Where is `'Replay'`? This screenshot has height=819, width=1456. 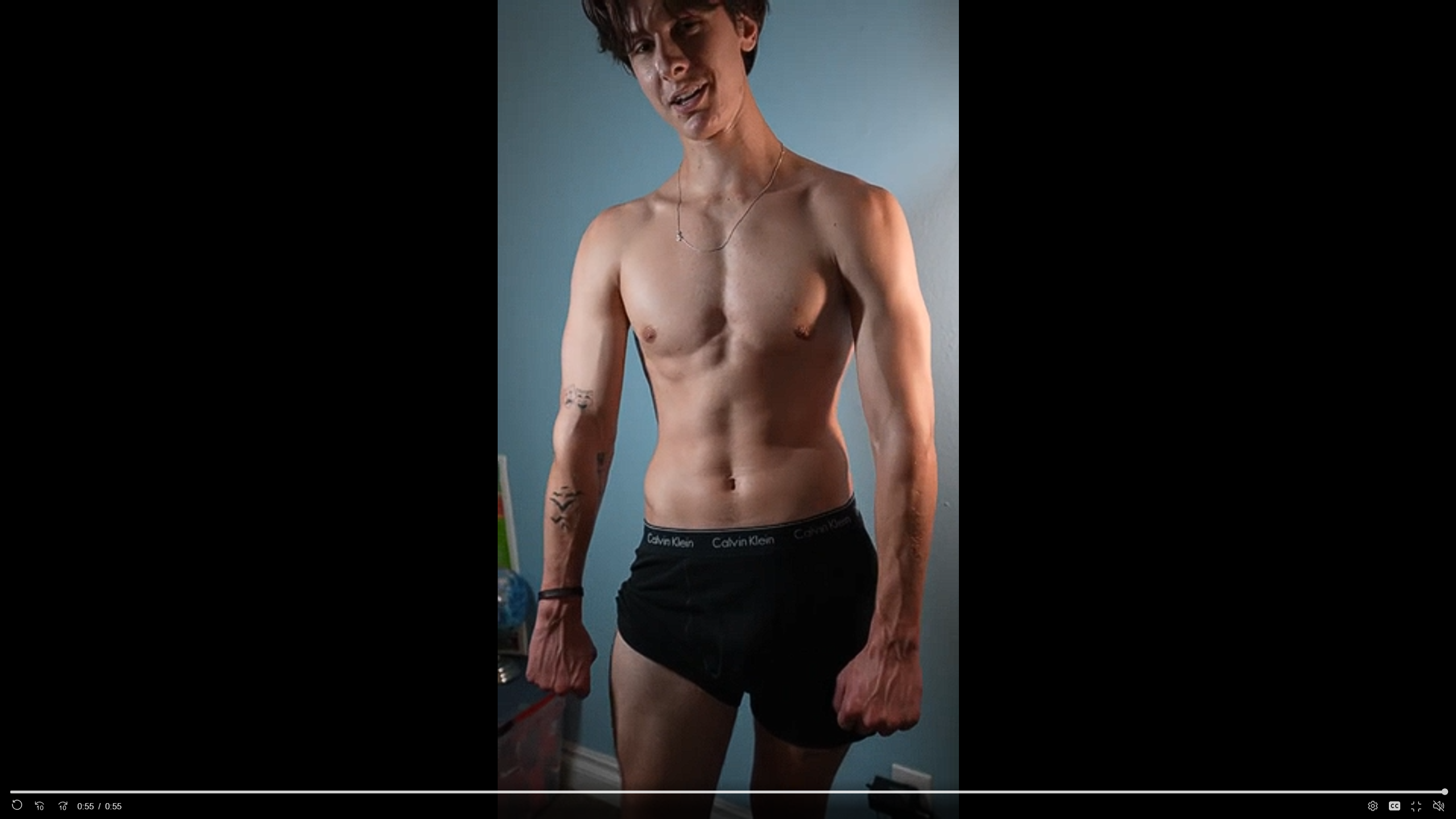
'Replay' is located at coordinates (16, 806).